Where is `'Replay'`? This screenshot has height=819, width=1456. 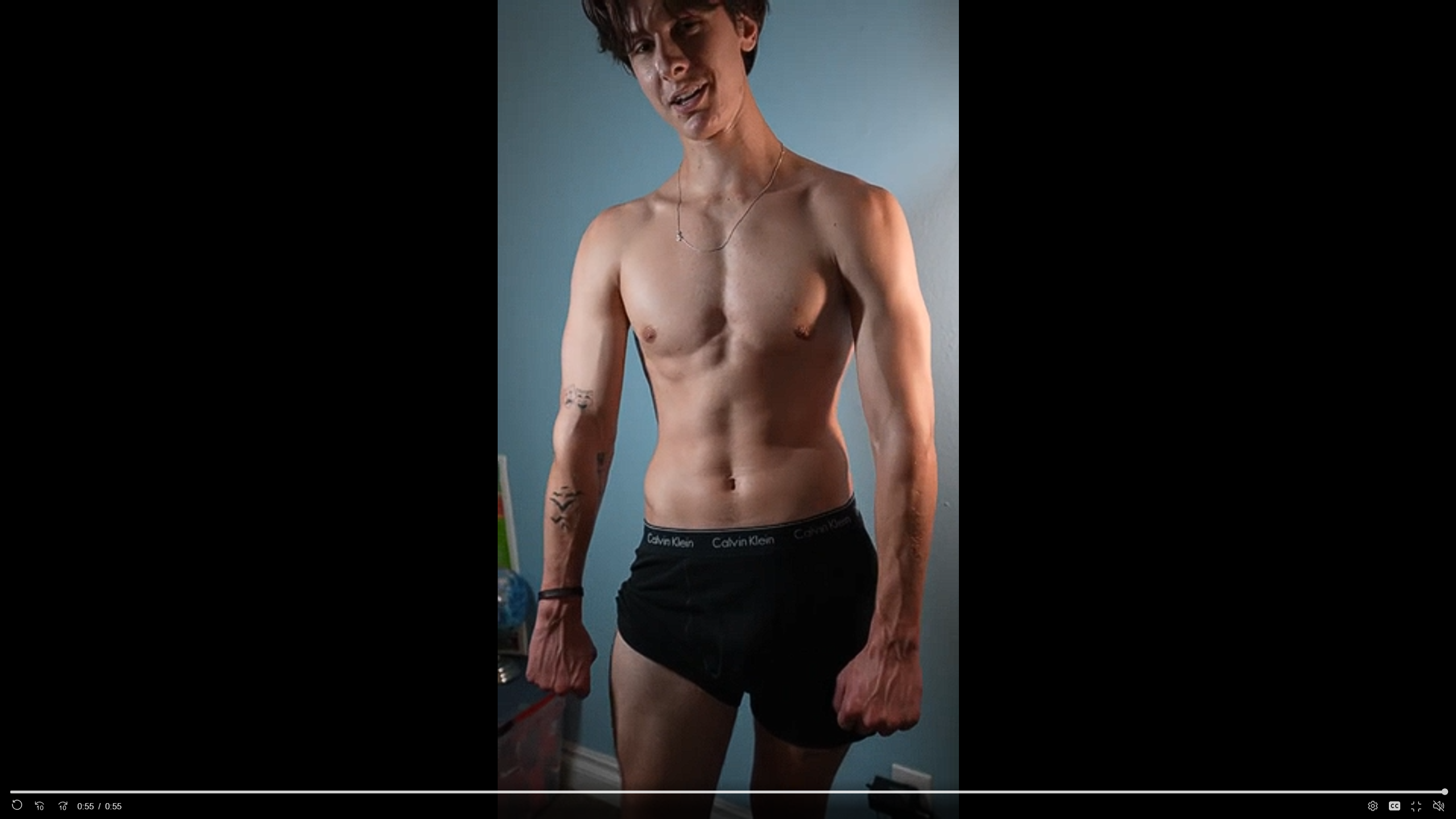
'Replay' is located at coordinates (16, 806).